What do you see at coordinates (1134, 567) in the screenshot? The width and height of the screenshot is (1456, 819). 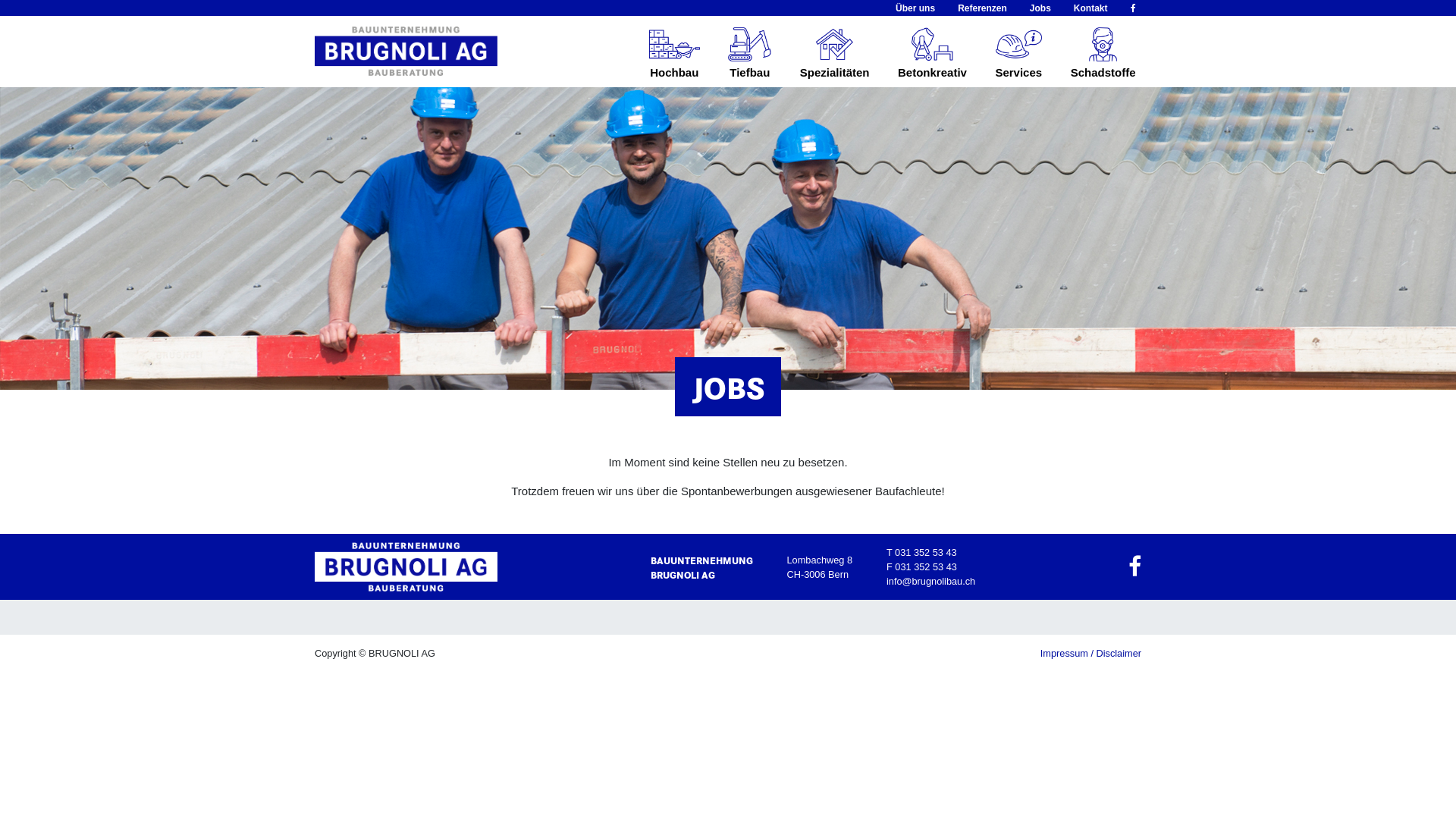 I see `'fa-facebook'` at bounding box center [1134, 567].